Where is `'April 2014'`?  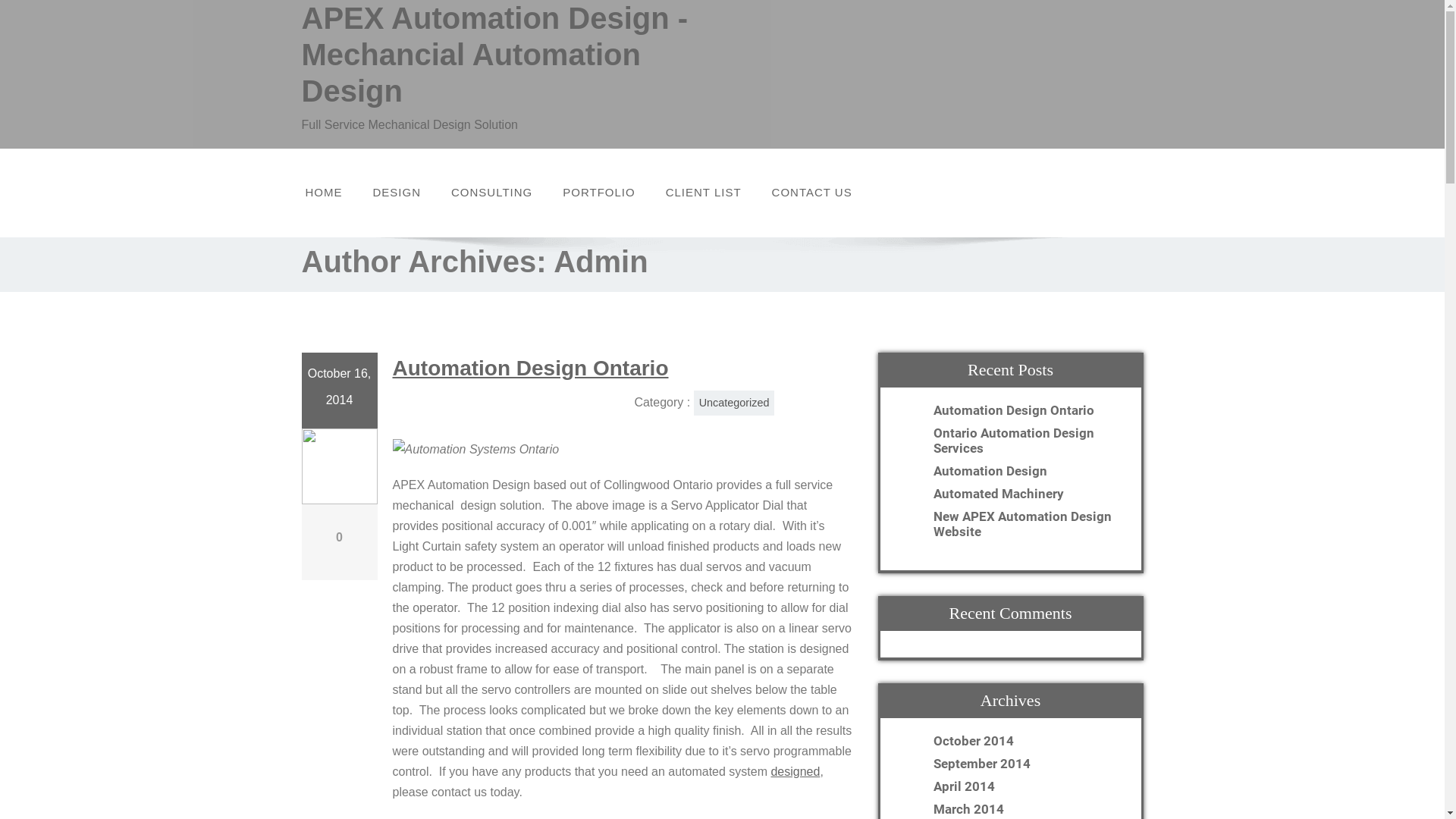 'April 2014' is located at coordinates (924, 785).